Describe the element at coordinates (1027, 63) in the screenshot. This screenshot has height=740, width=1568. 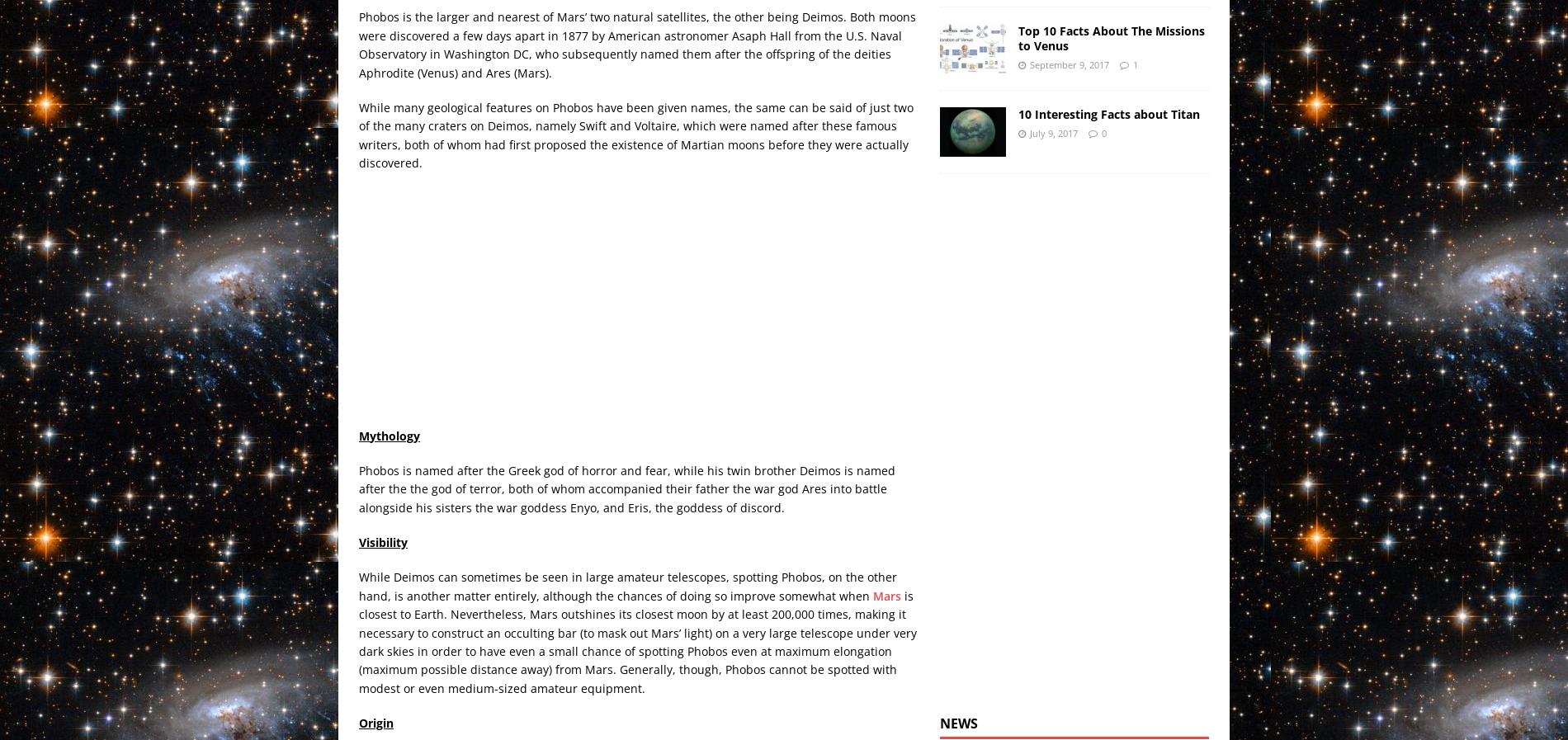
I see `'September 9, 2017'` at that location.